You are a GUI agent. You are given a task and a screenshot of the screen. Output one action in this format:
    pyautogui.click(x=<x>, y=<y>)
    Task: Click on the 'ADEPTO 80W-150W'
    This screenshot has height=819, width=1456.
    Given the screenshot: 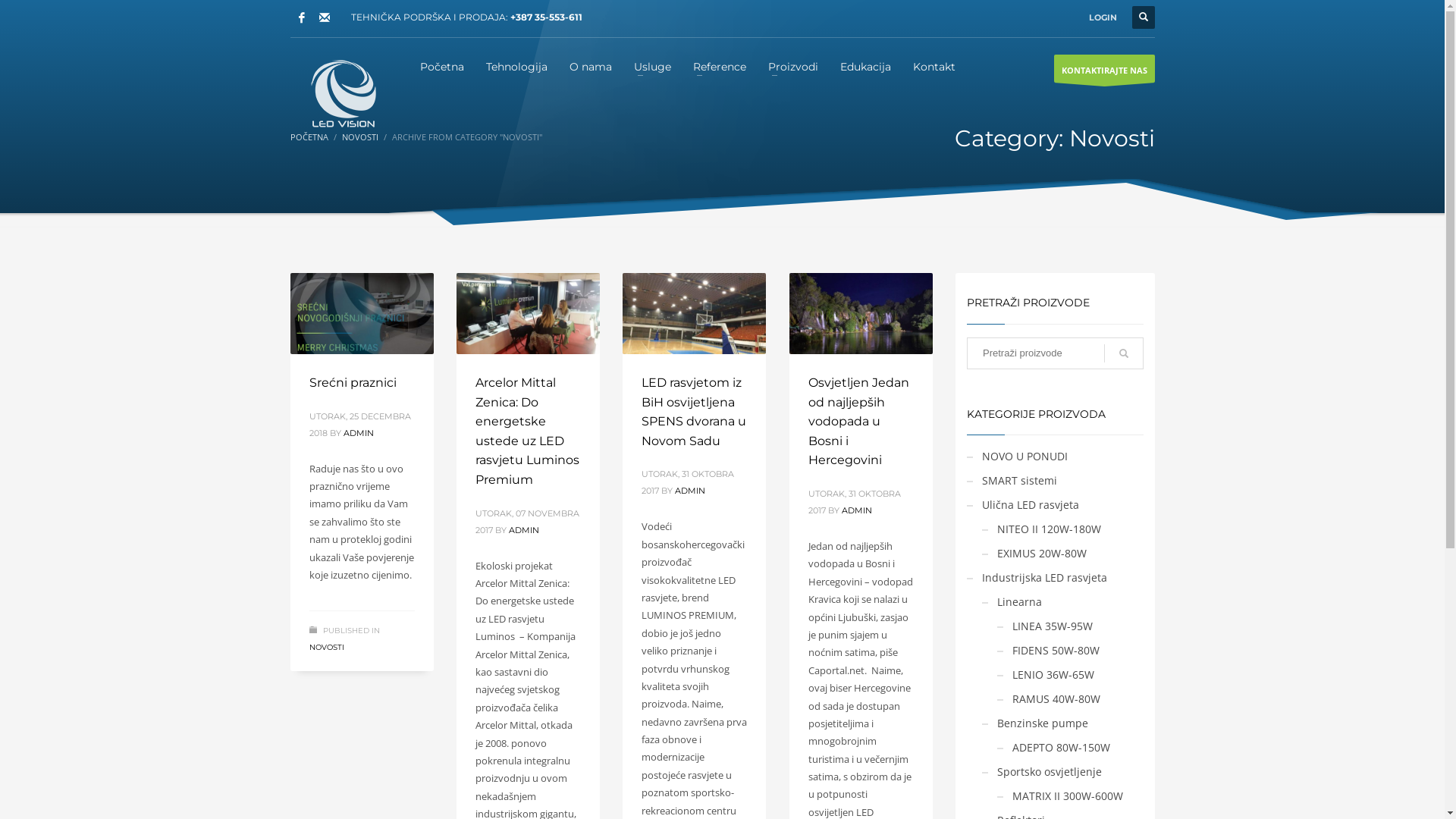 What is the action you would take?
    pyautogui.click(x=1053, y=746)
    